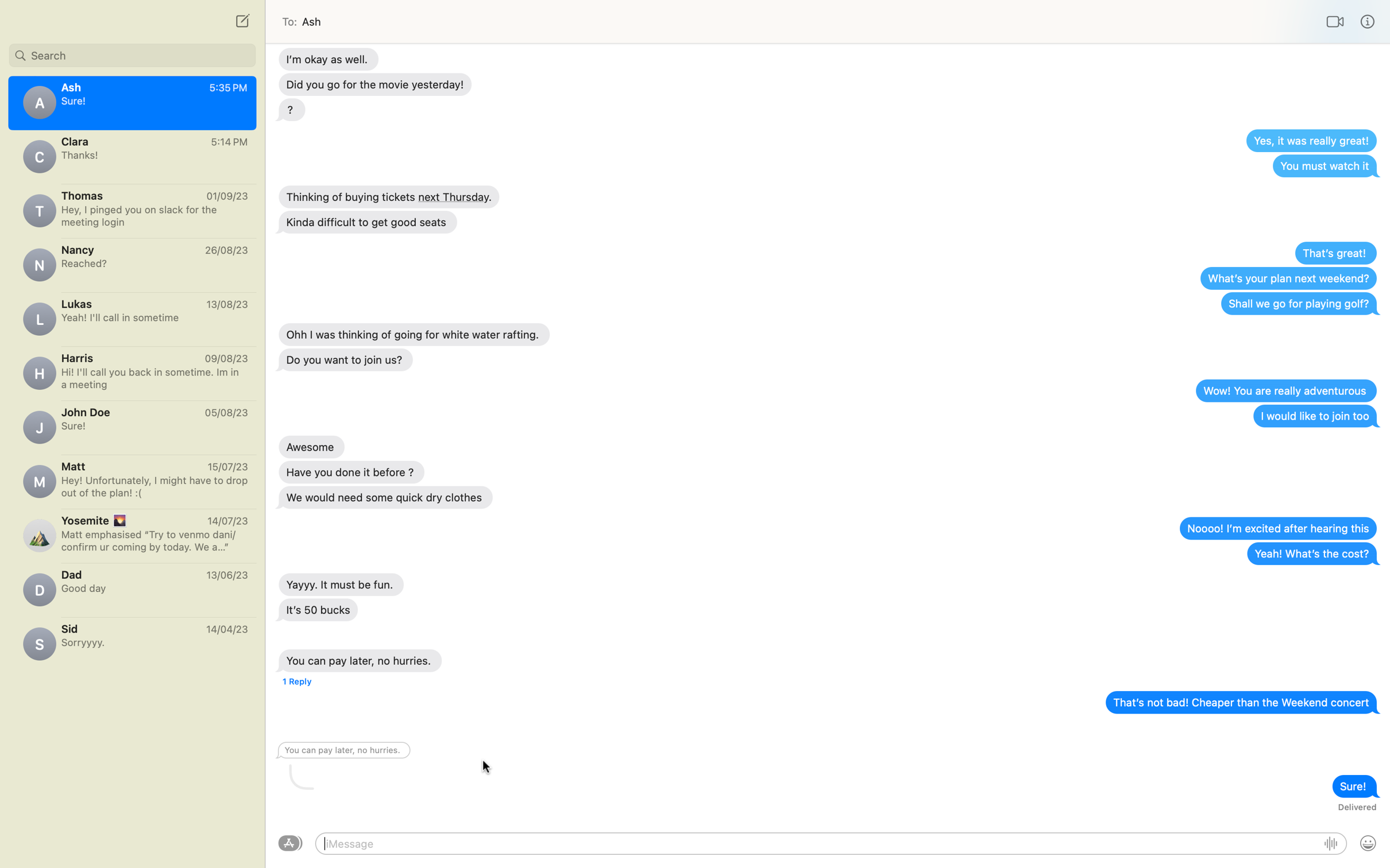  Describe the element at coordinates (132, 262) in the screenshot. I see `Compose a text message to Ash asking "Did you had fun?` at that location.